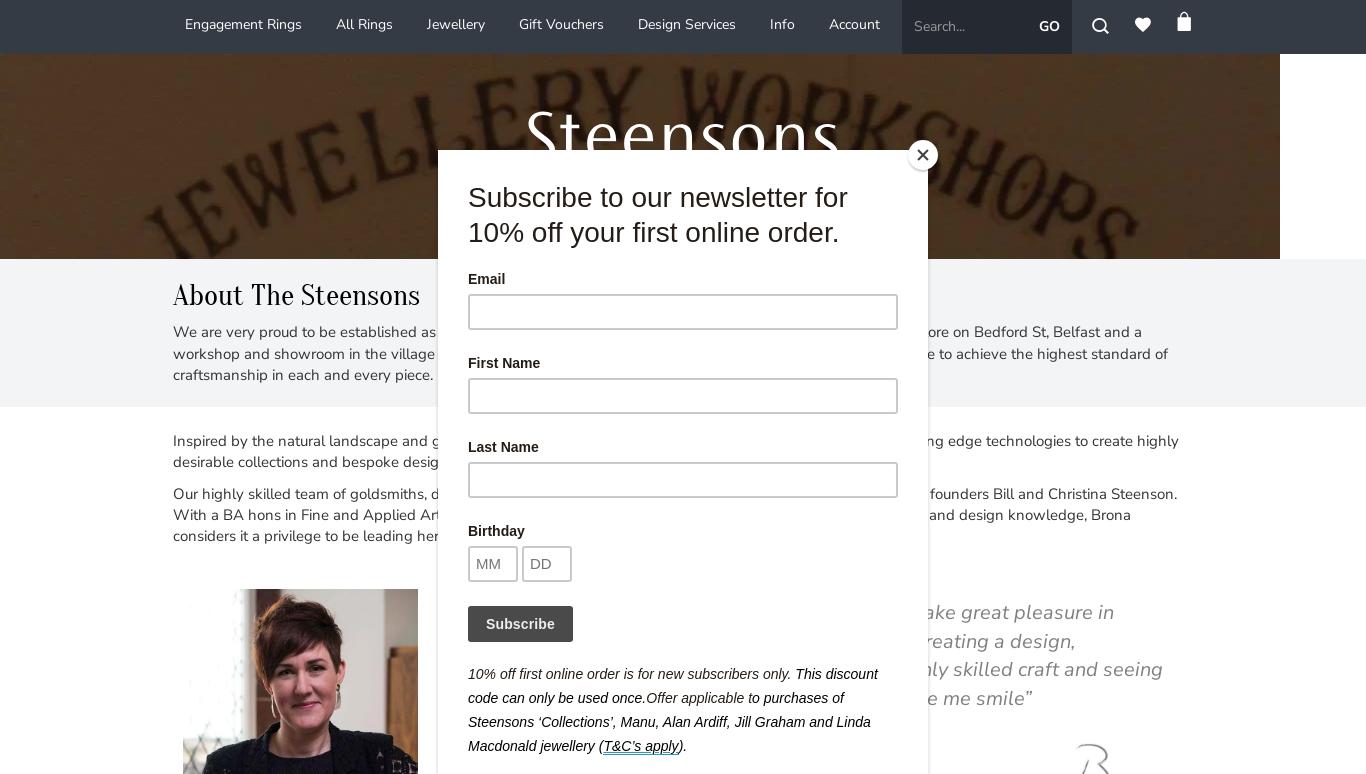 The height and width of the screenshot is (774, 1366). Describe the element at coordinates (363, 24) in the screenshot. I see `'All Rings'` at that location.